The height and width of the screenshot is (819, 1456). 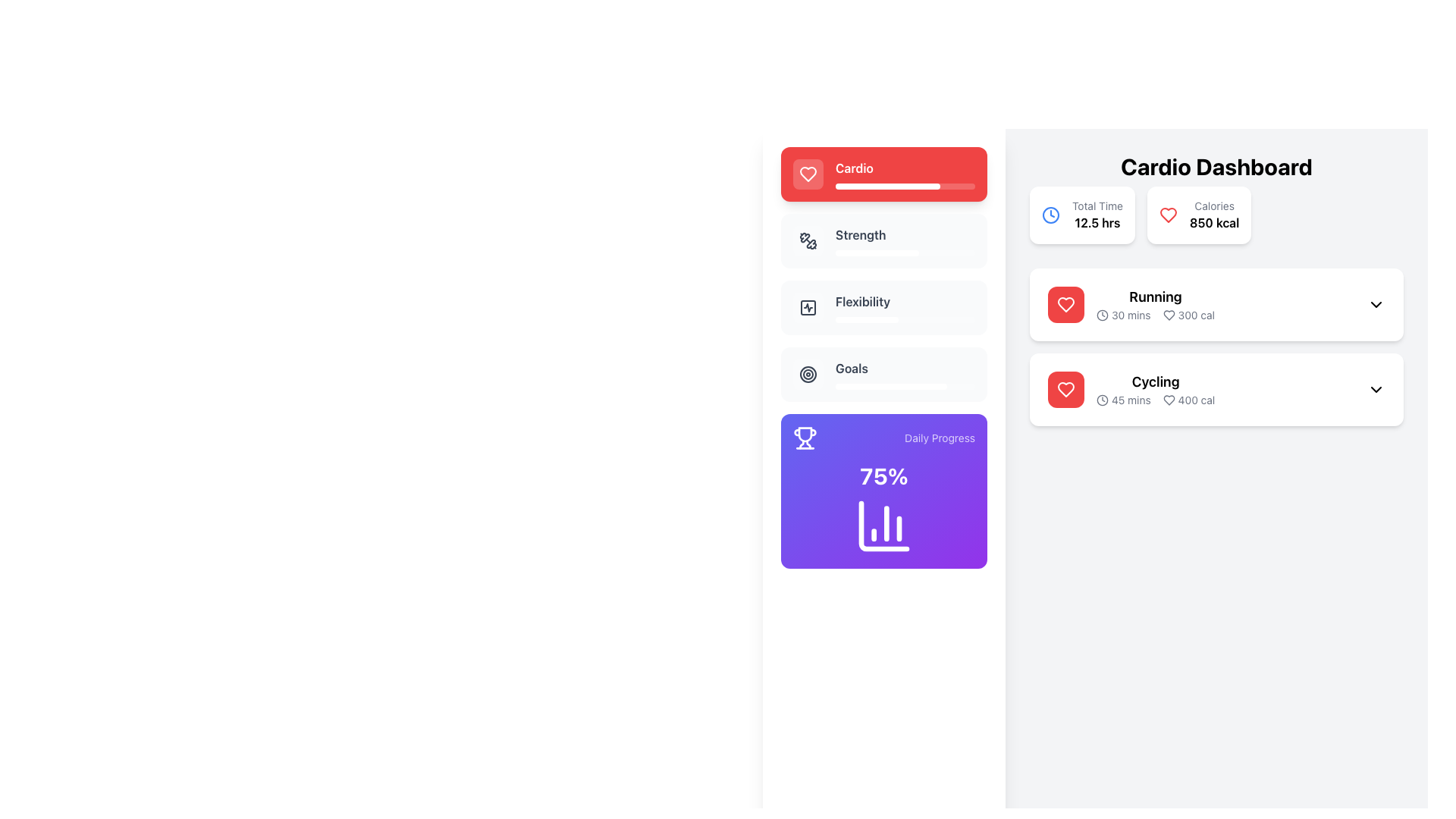 What do you see at coordinates (939, 438) in the screenshot?
I see `the label or descriptive text located in the upper middle-right of the purple section of the dashboard interface, which serves as a title for the associated section` at bounding box center [939, 438].